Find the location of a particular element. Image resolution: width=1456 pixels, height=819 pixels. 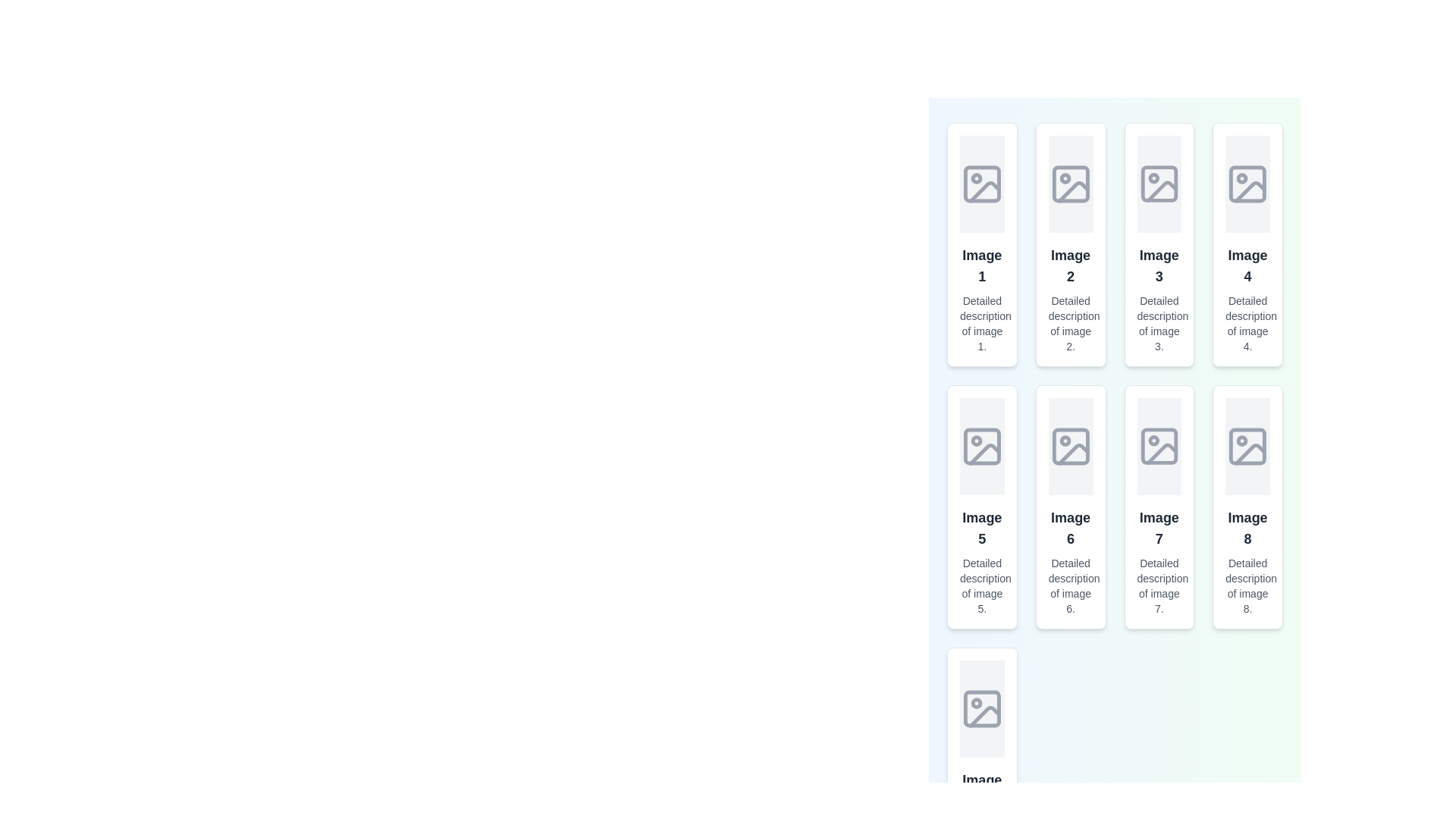

the Content Card featuring an image icon, titled 'Image 1', with a description underneath it in the top-left corner of the grid layout is located at coordinates (982, 244).